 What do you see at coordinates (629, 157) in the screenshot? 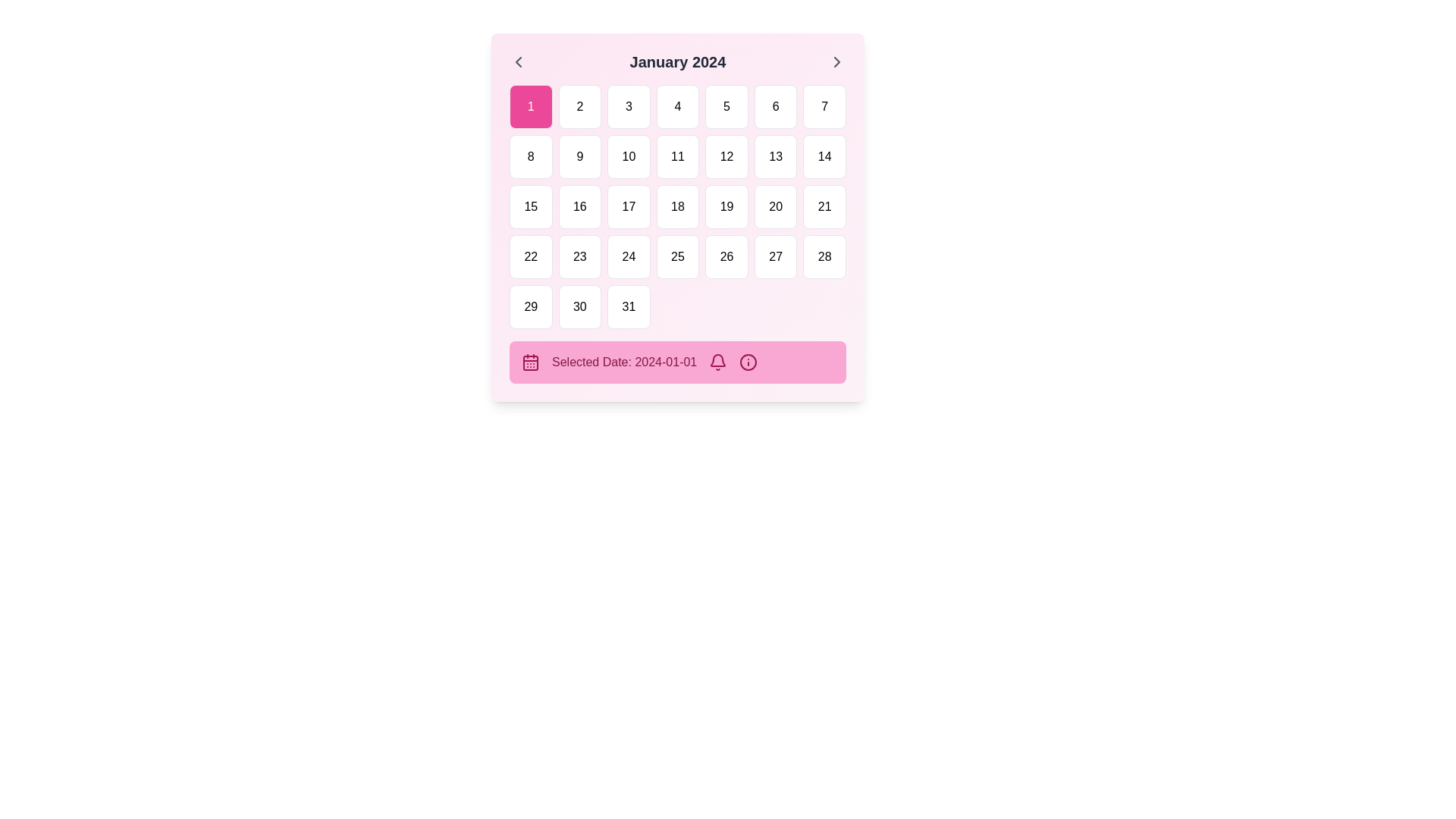
I see `the button with the text '10' in the second row and third column of the date grid` at bounding box center [629, 157].